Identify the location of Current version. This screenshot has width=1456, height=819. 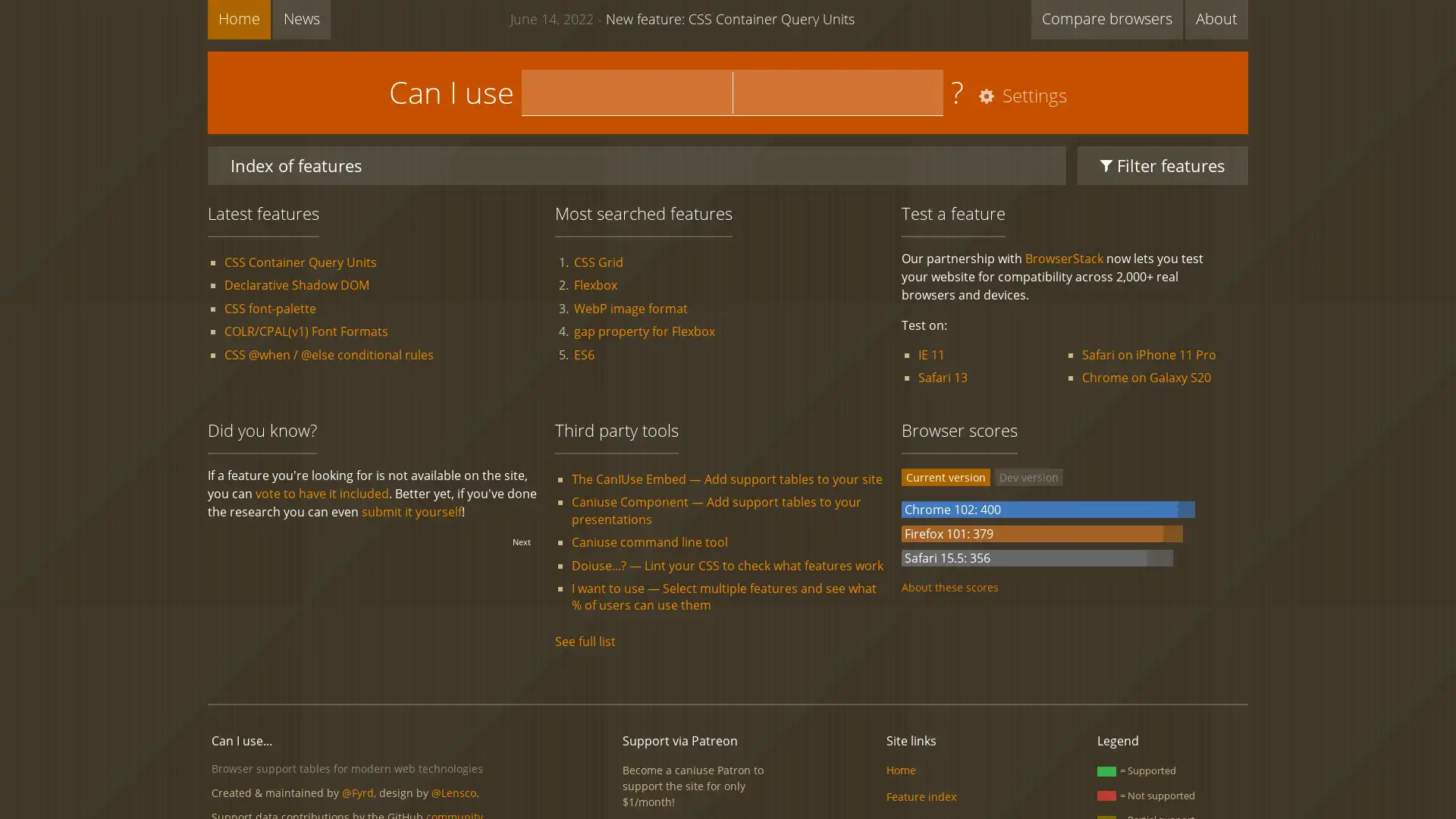
(944, 475).